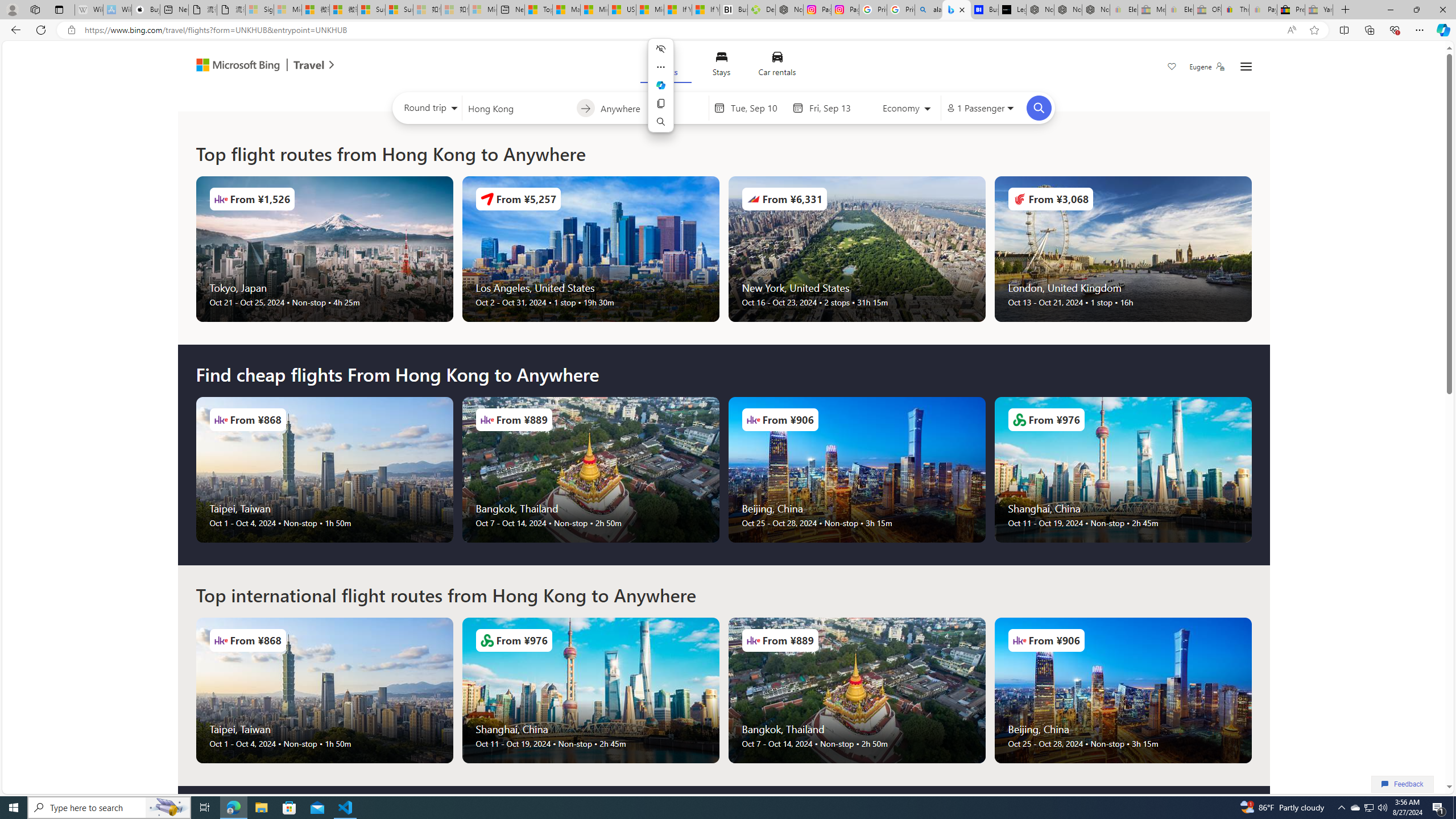 The image size is (1456, 819). I want to click on 'Start Date', so click(758, 107).